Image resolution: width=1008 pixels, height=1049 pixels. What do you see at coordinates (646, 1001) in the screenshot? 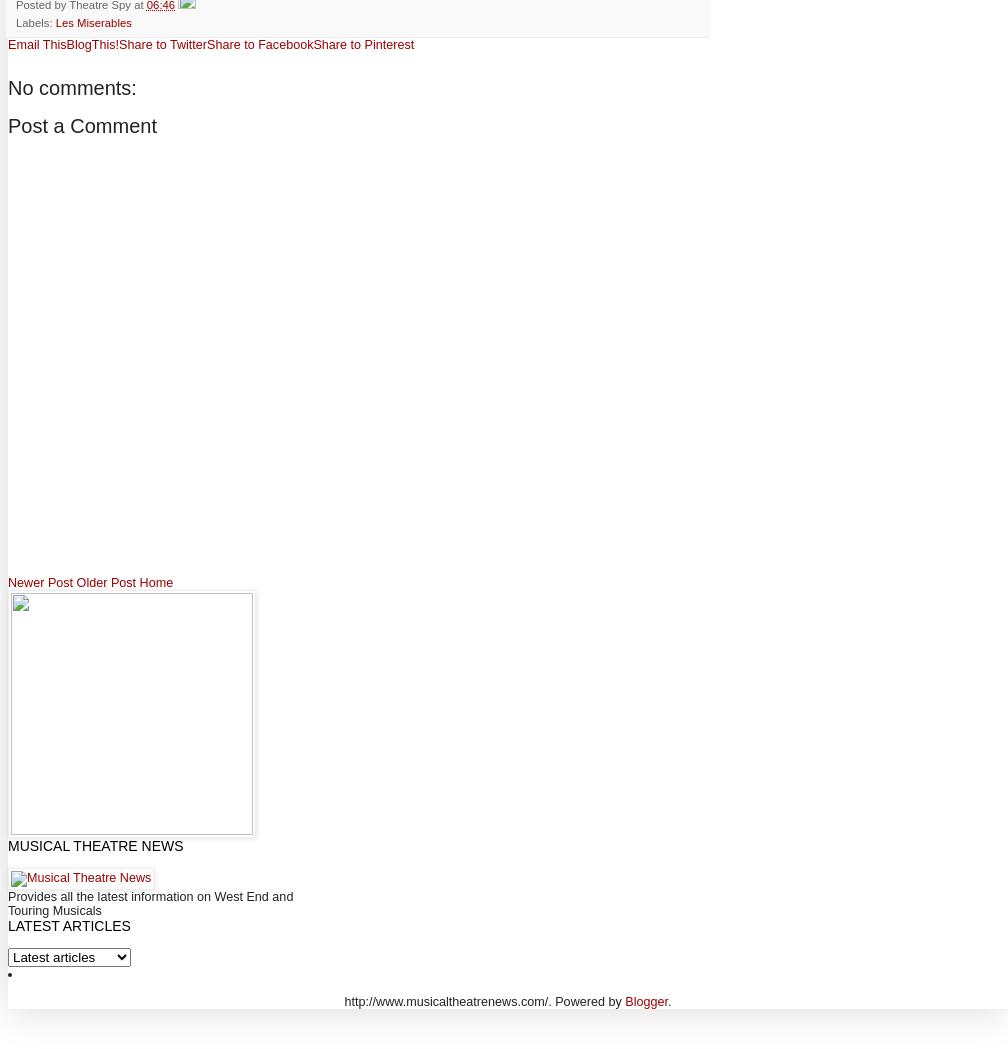
I see `'Blogger'` at bounding box center [646, 1001].